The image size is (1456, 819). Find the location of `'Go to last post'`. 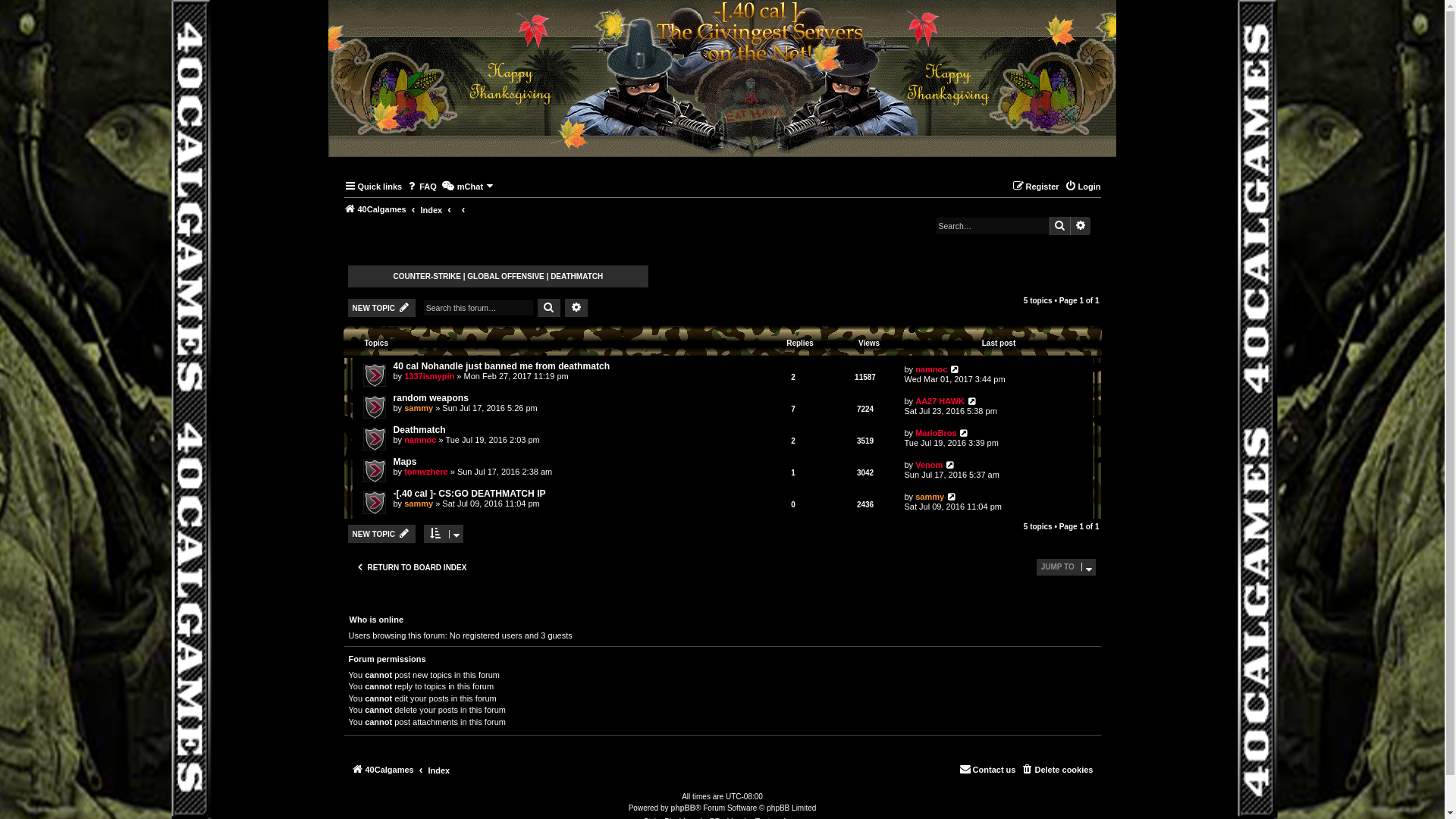

'Go to last post' is located at coordinates (950, 497).